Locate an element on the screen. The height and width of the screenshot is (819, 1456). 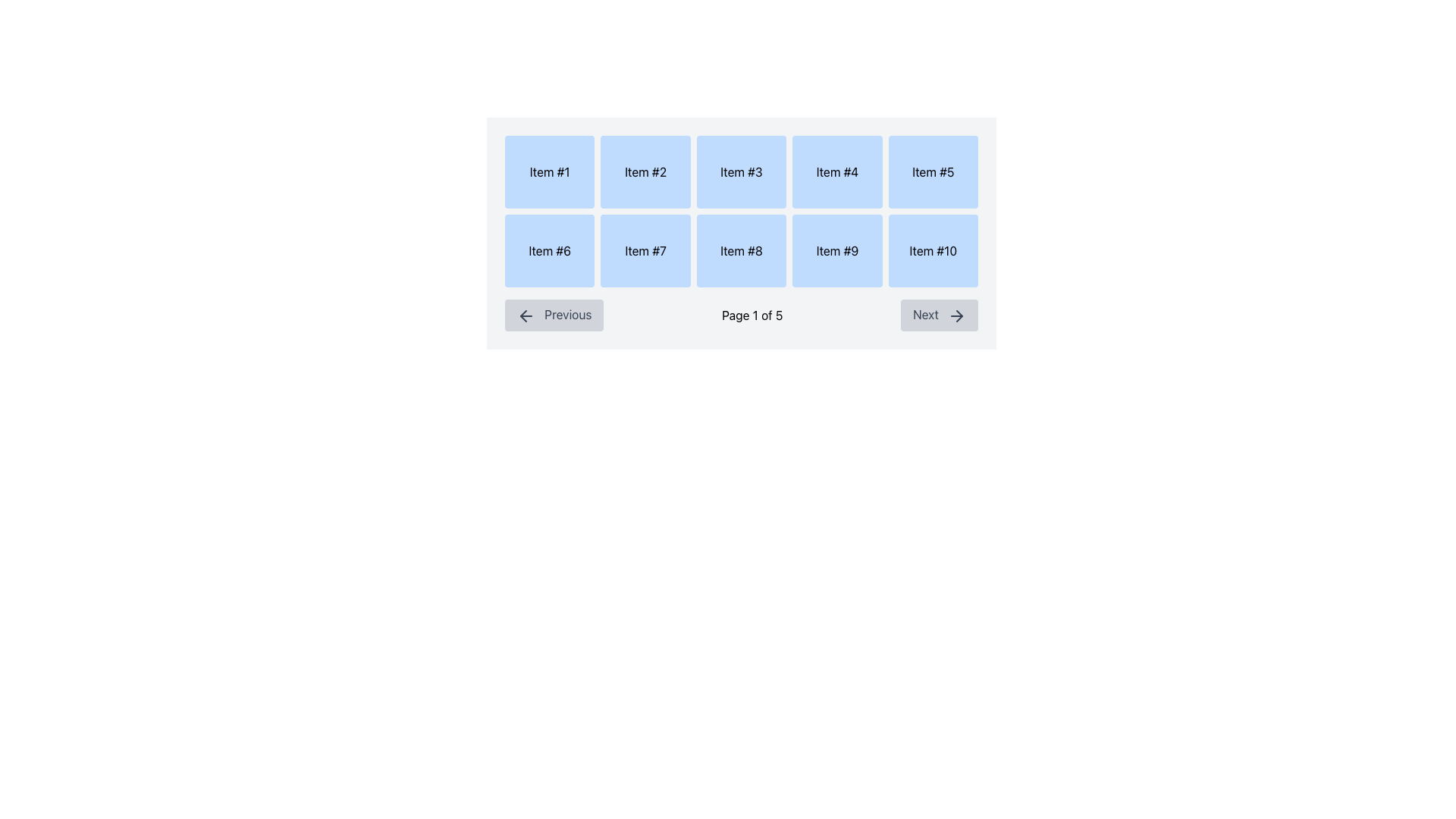
the text label displaying 'Item #10', which is styled with a dark color font on a blue background, located in the second row, fifth column of a 2x5 grid layout is located at coordinates (932, 250).